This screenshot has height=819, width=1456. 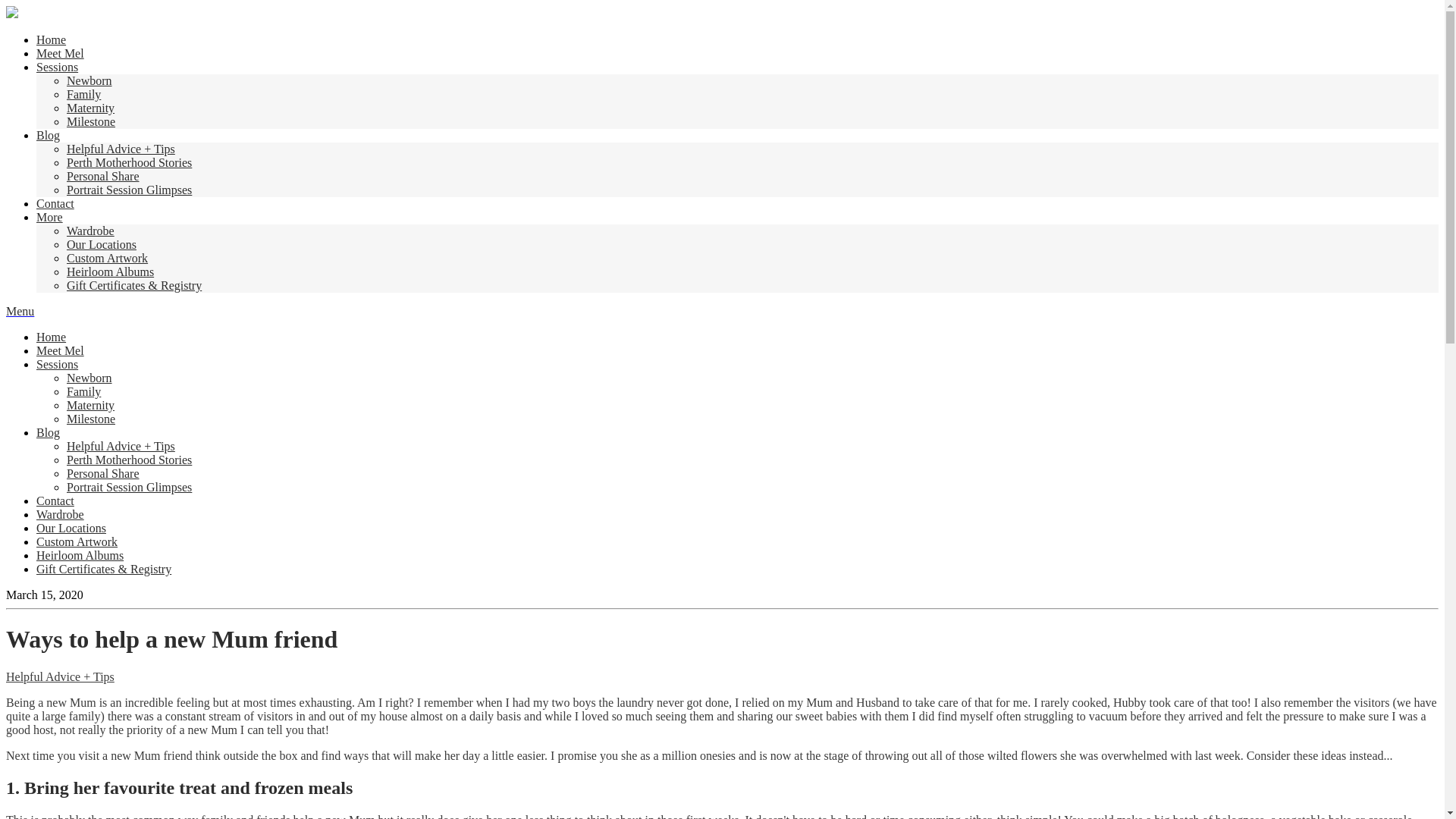 I want to click on 'Blog', so click(x=48, y=134).